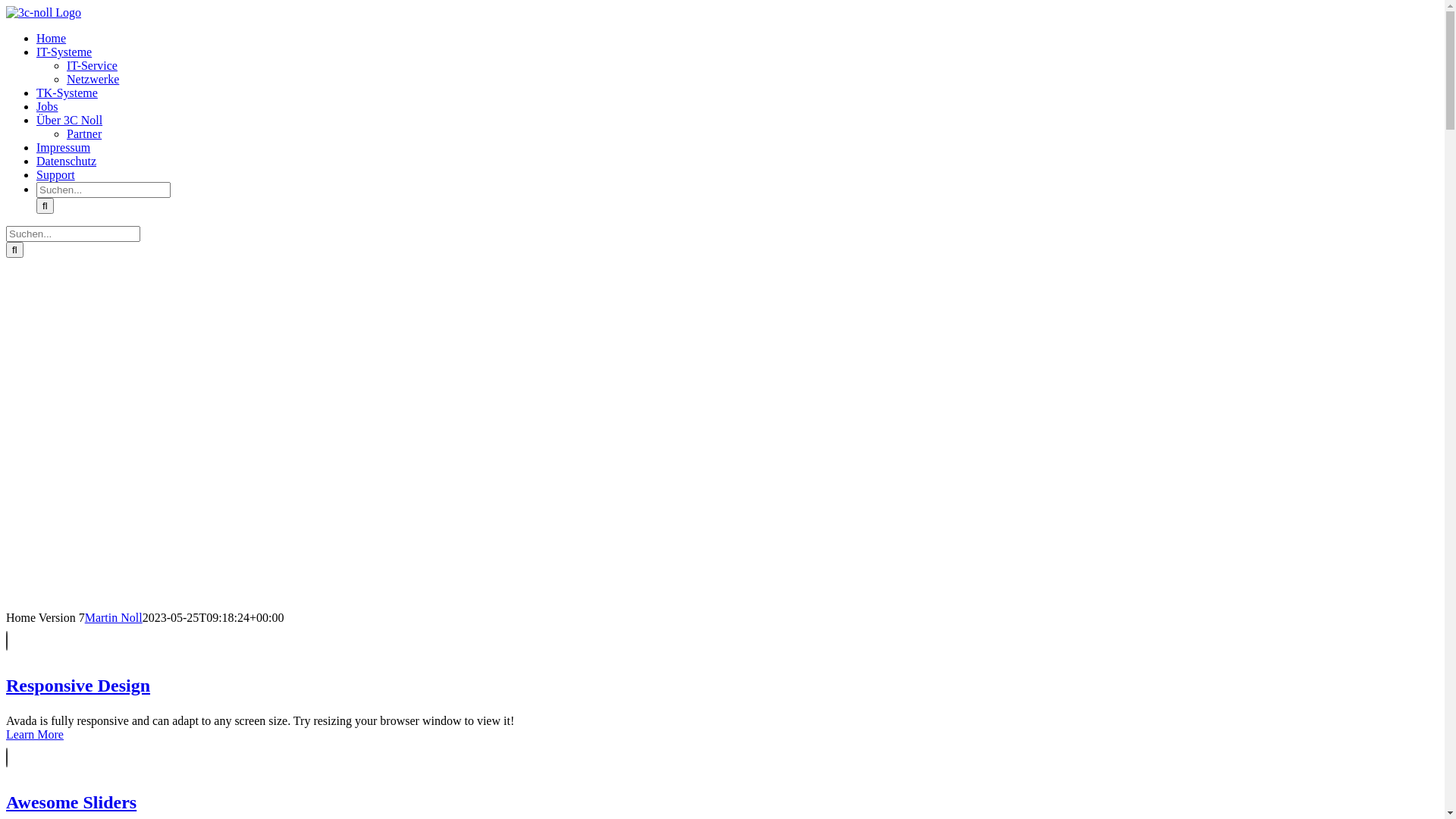 This screenshot has width=1456, height=819. I want to click on 'Learn More', so click(35, 733).